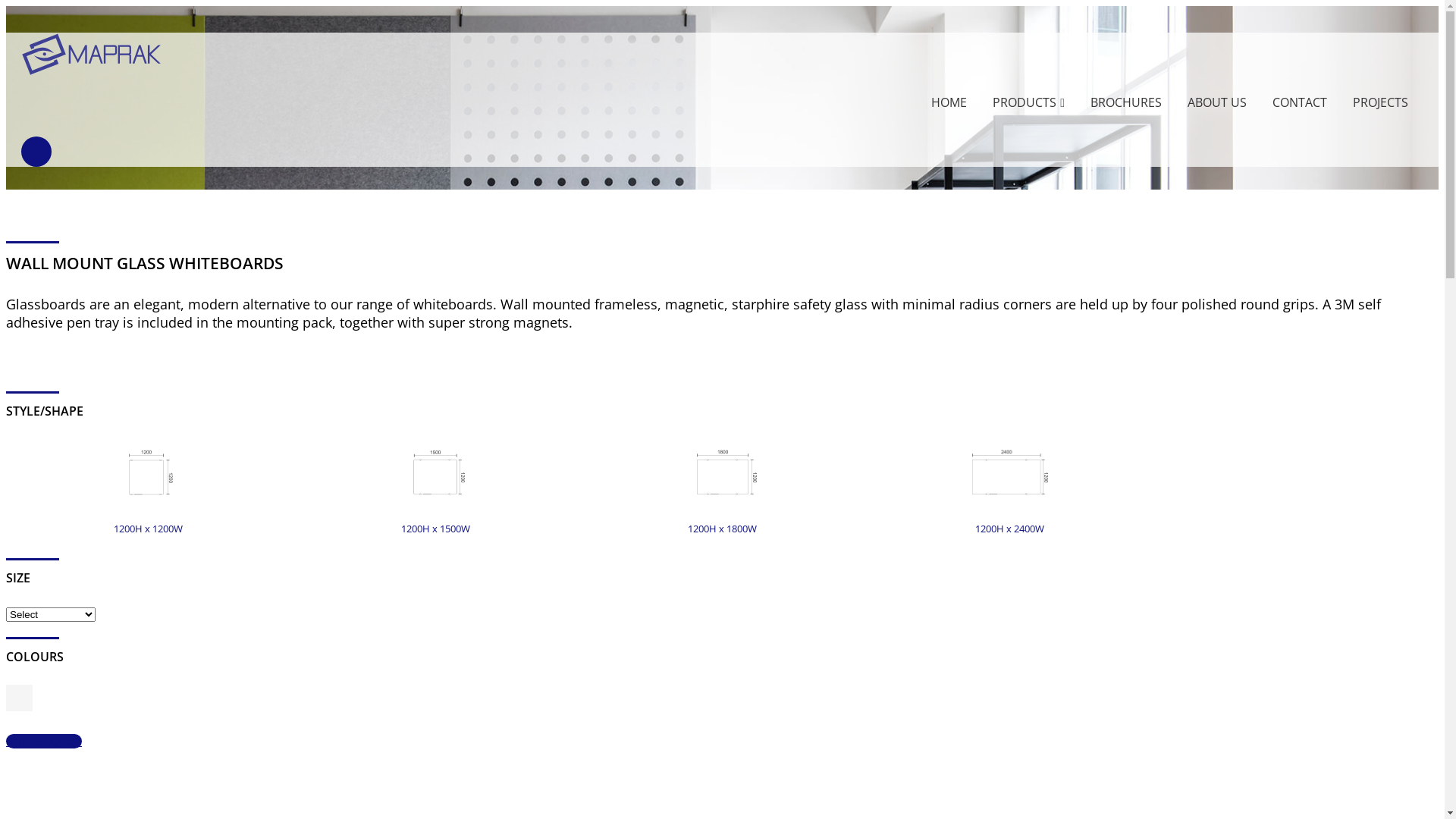 The height and width of the screenshot is (819, 1456). Describe the element at coordinates (1216, 102) in the screenshot. I see `'ABOUT US'` at that location.